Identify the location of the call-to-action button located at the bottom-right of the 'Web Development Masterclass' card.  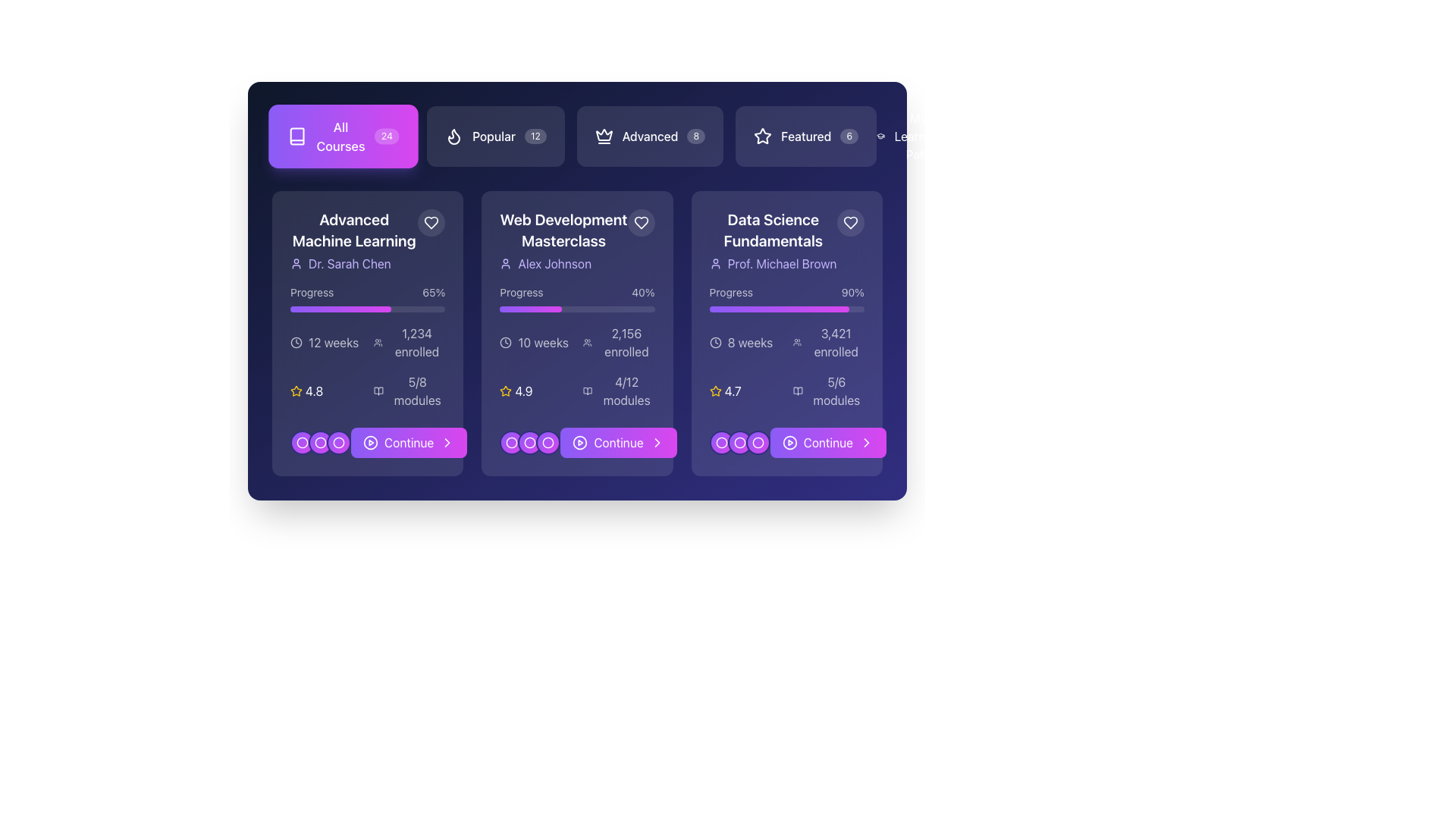
(576, 442).